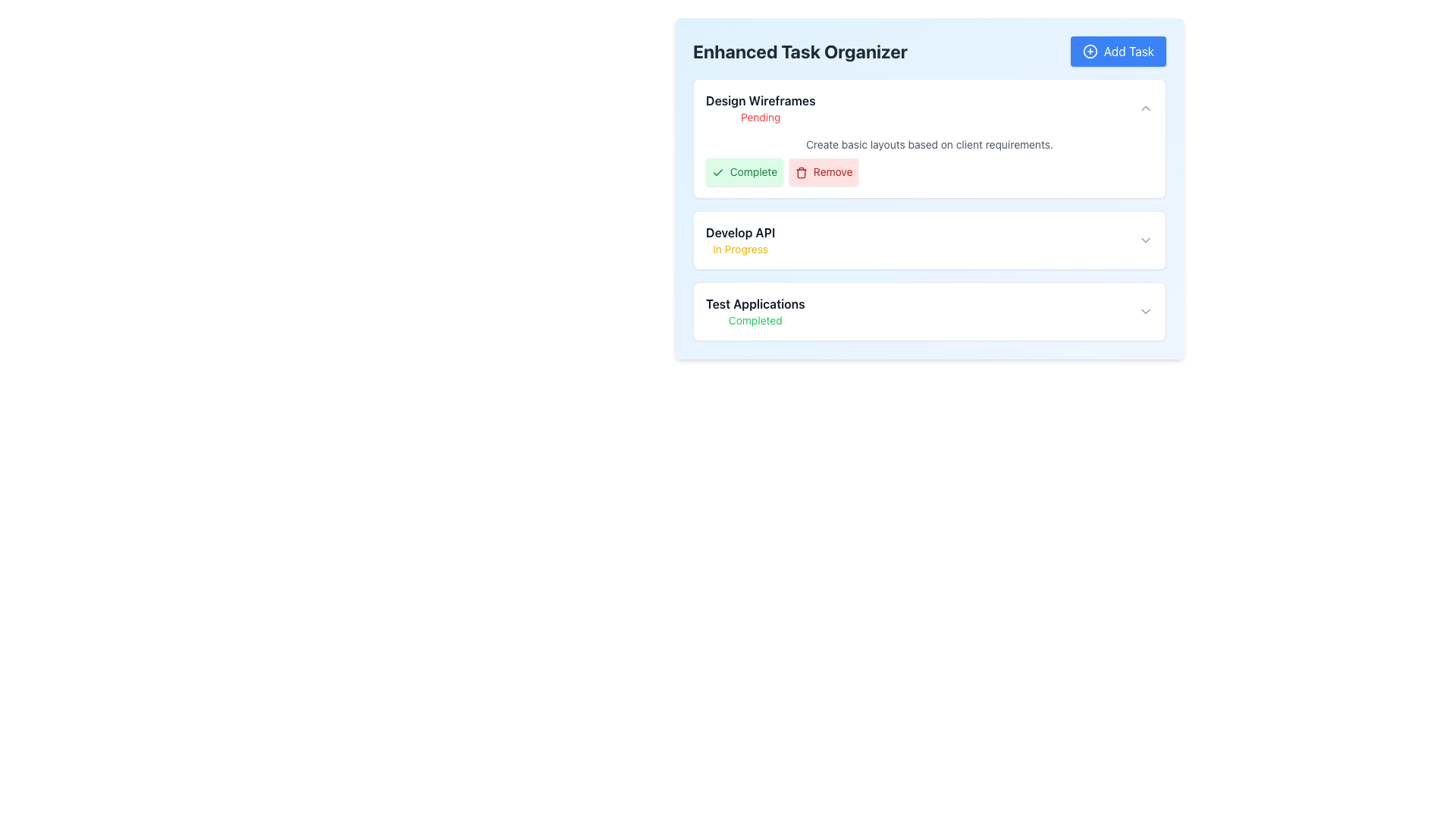 The width and height of the screenshot is (1456, 819). What do you see at coordinates (1118, 51) in the screenshot?
I see `the 'Add Task' button, which is a rectangular button with rounded corners, blue background, and white text located at the top-right corner of the 'Enhanced Task Organizer' box` at bounding box center [1118, 51].